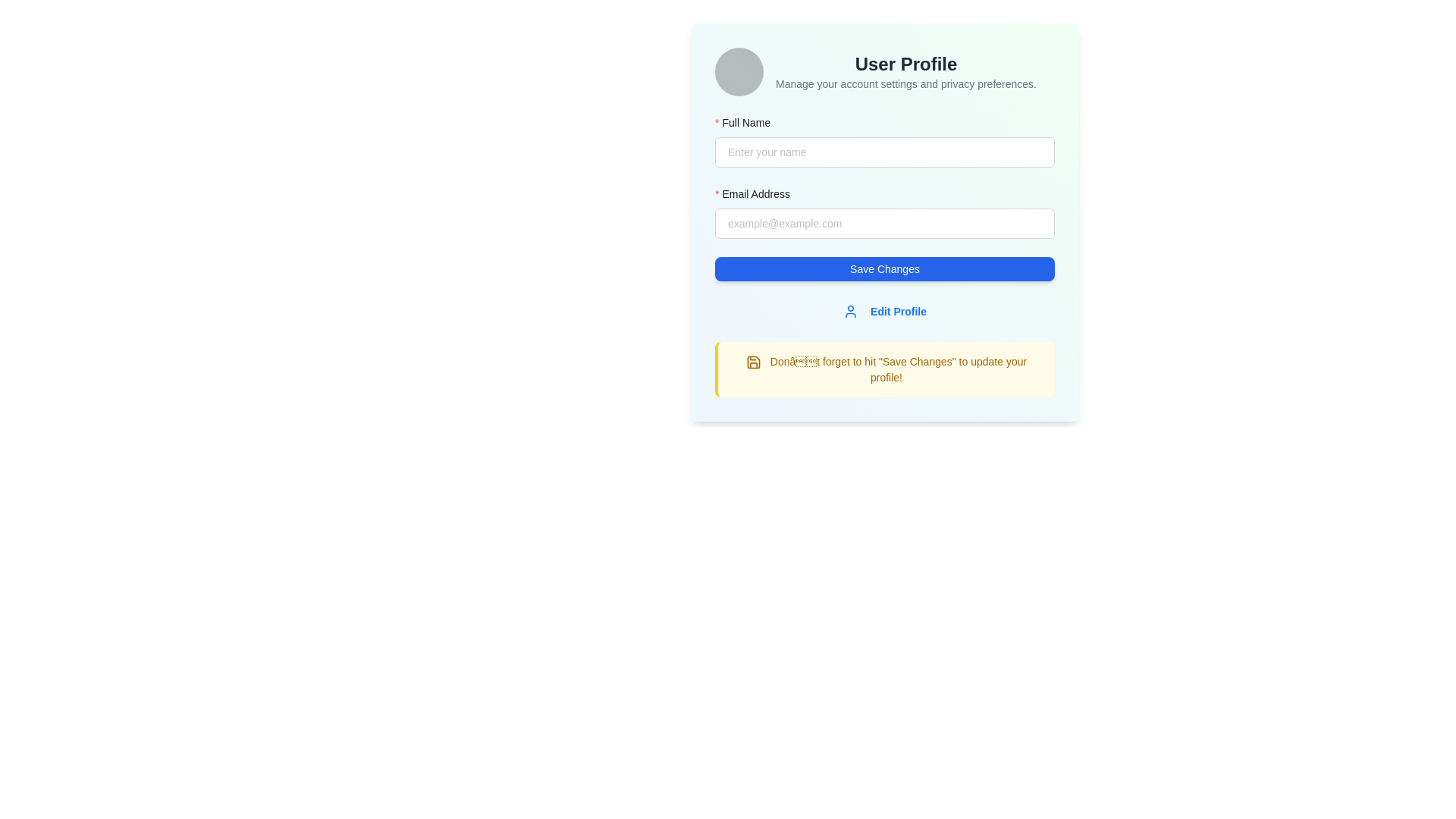  What do you see at coordinates (884, 223) in the screenshot?
I see `the text input field styled with a rectangular border and placeholder 'example@example.com', located beneath the 'Email Address' label in the 'User Profile' section, to enable text entry` at bounding box center [884, 223].